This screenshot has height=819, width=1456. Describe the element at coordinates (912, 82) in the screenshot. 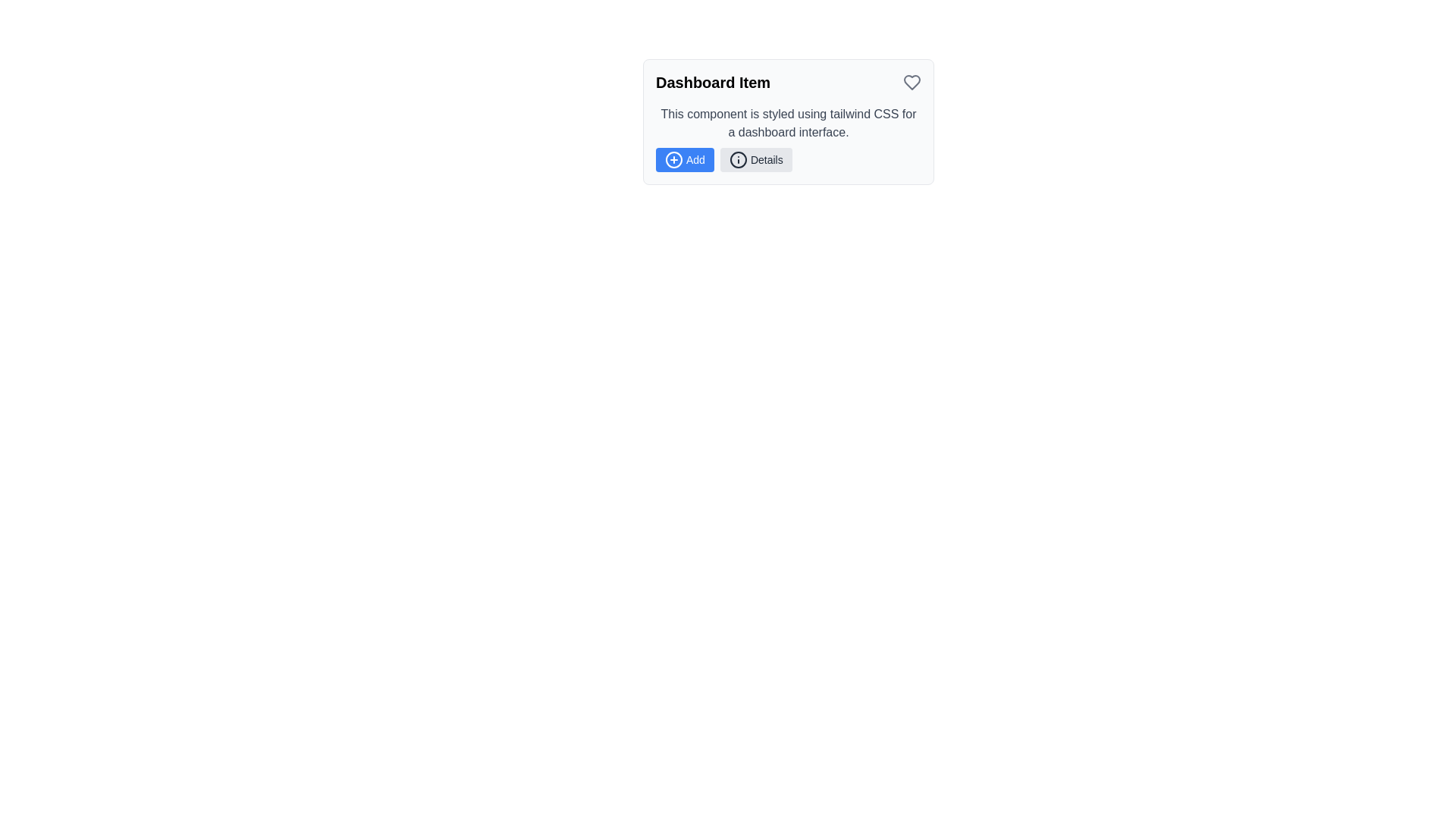

I see `the heart-shaped outline icon located in the top-right corner of the 'Dashboard Item' card component` at that location.